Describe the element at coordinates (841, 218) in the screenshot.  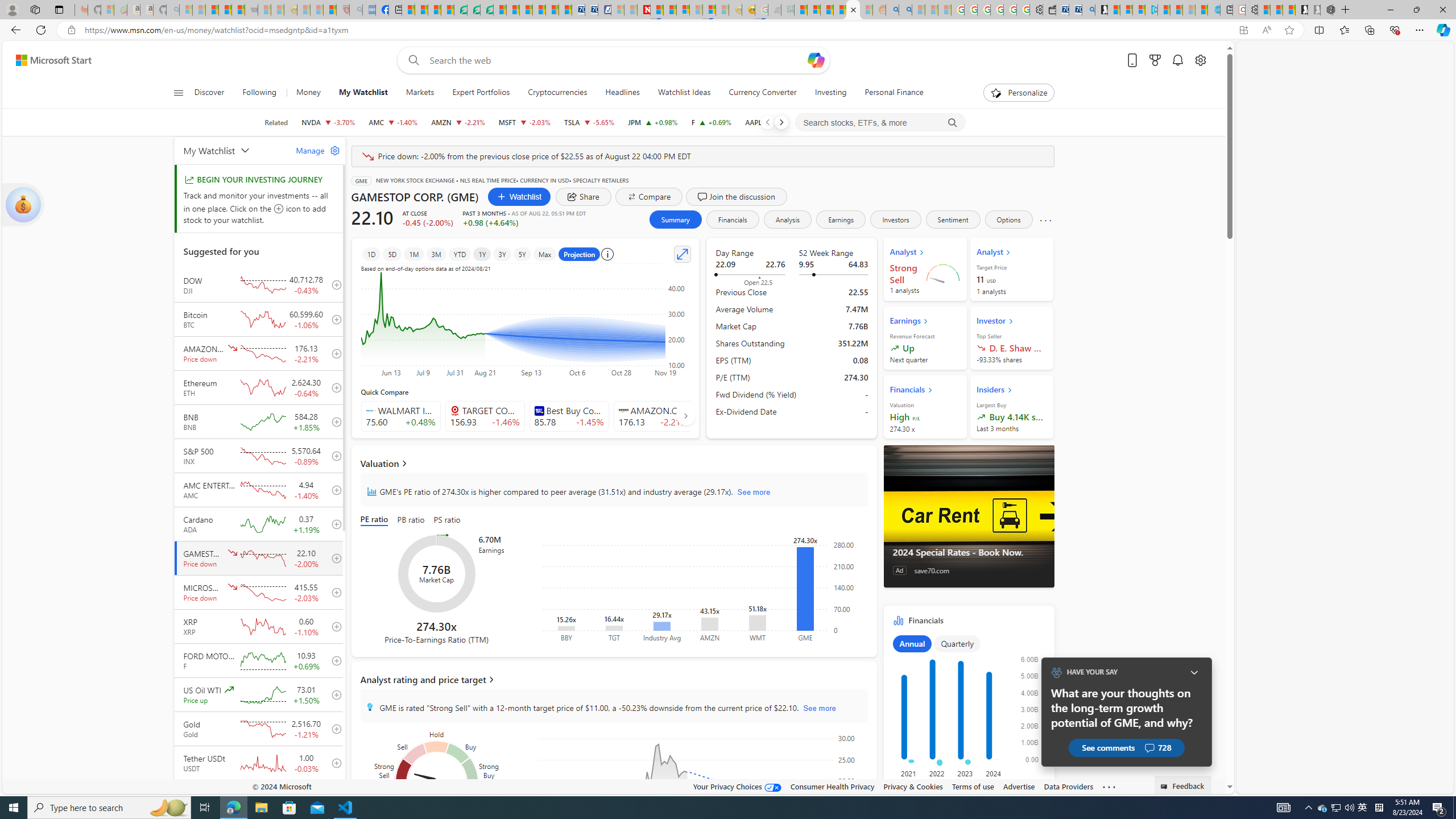
I see `'Earnings'` at that location.